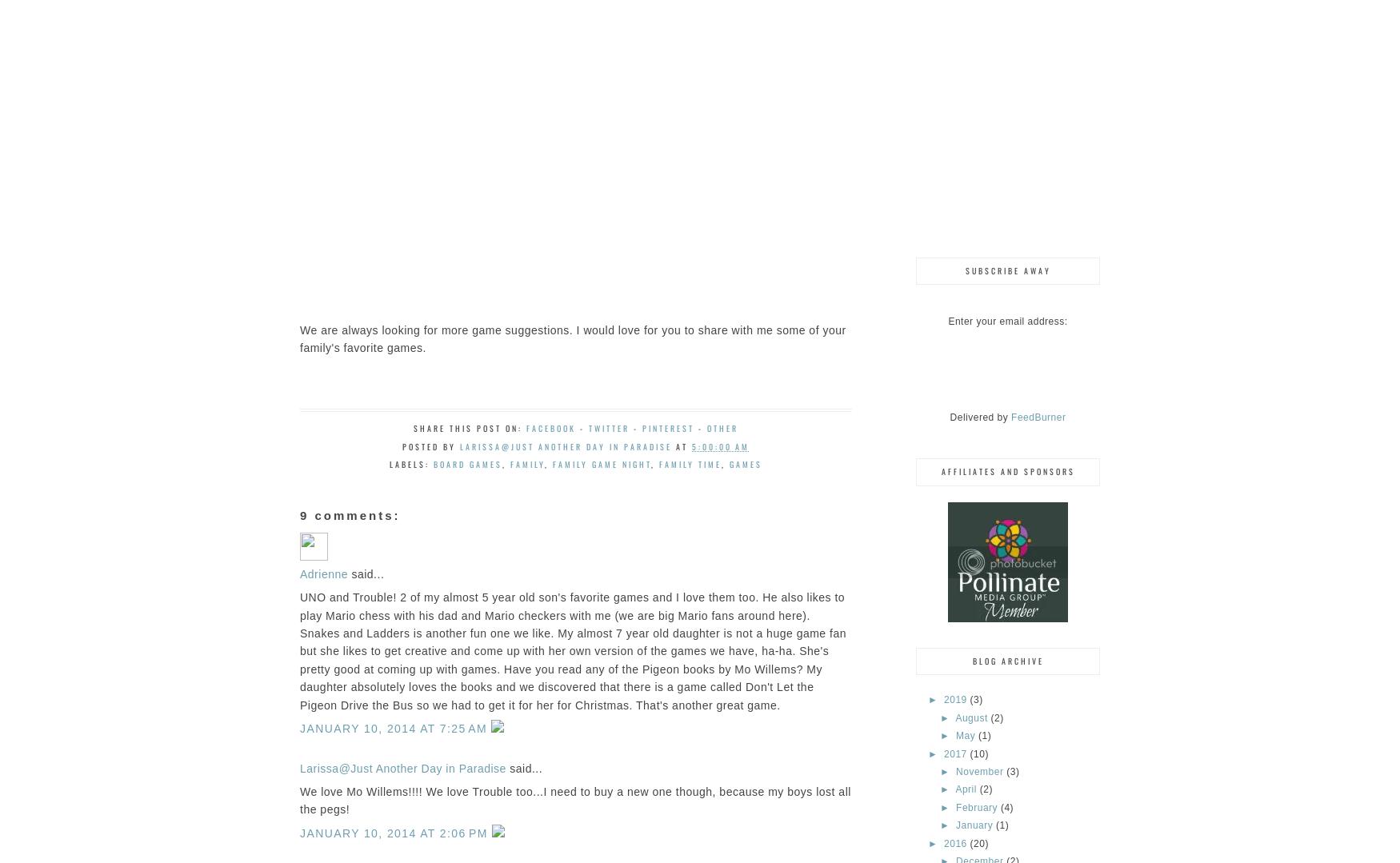 The width and height of the screenshot is (1400, 863). Describe the element at coordinates (1006, 270) in the screenshot. I see `'Subscribe Away'` at that location.